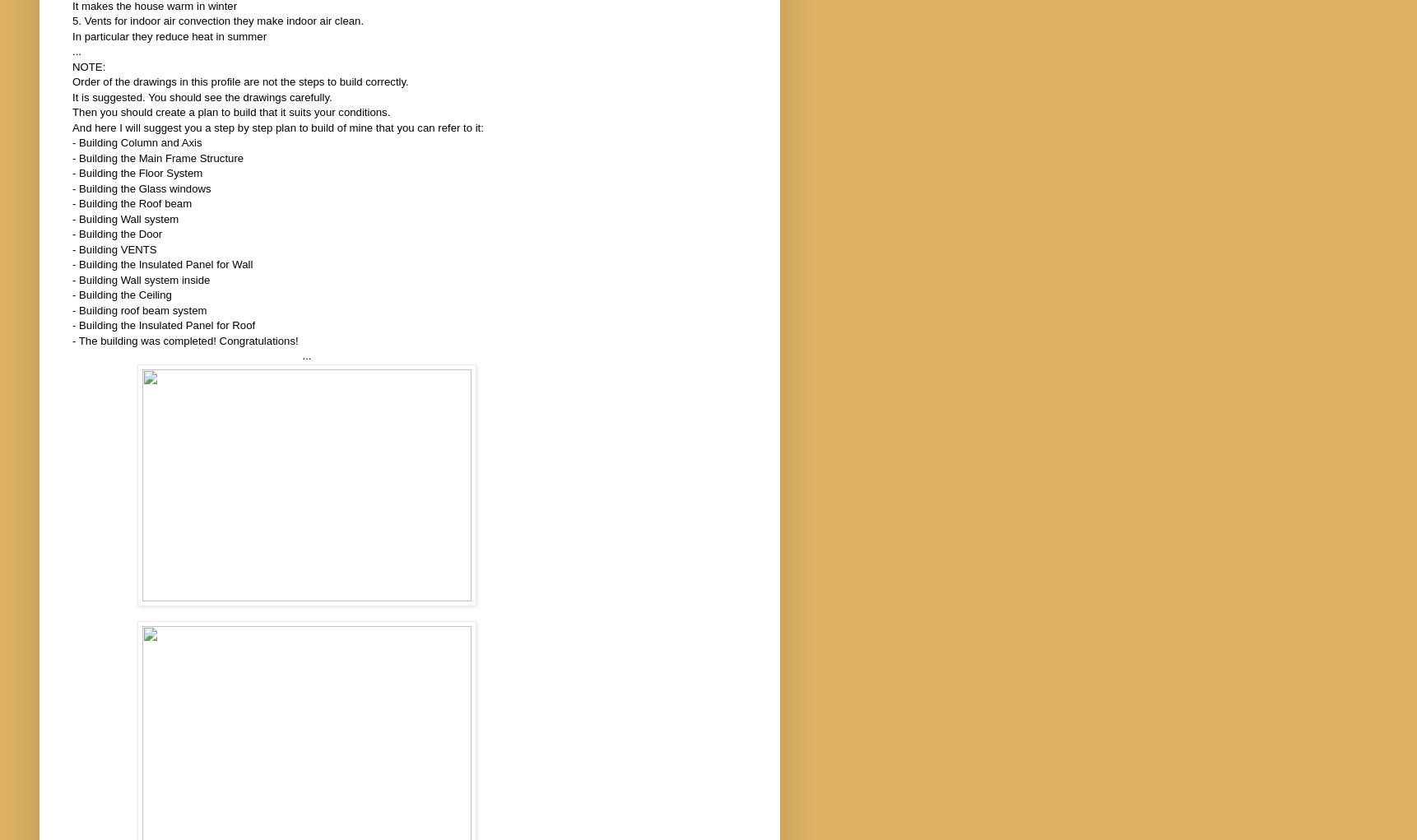 The width and height of the screenshot is (1417, 840). I want to click on '5. Vents for indoor air convection they make indoor air clean.', so click(218, 20).